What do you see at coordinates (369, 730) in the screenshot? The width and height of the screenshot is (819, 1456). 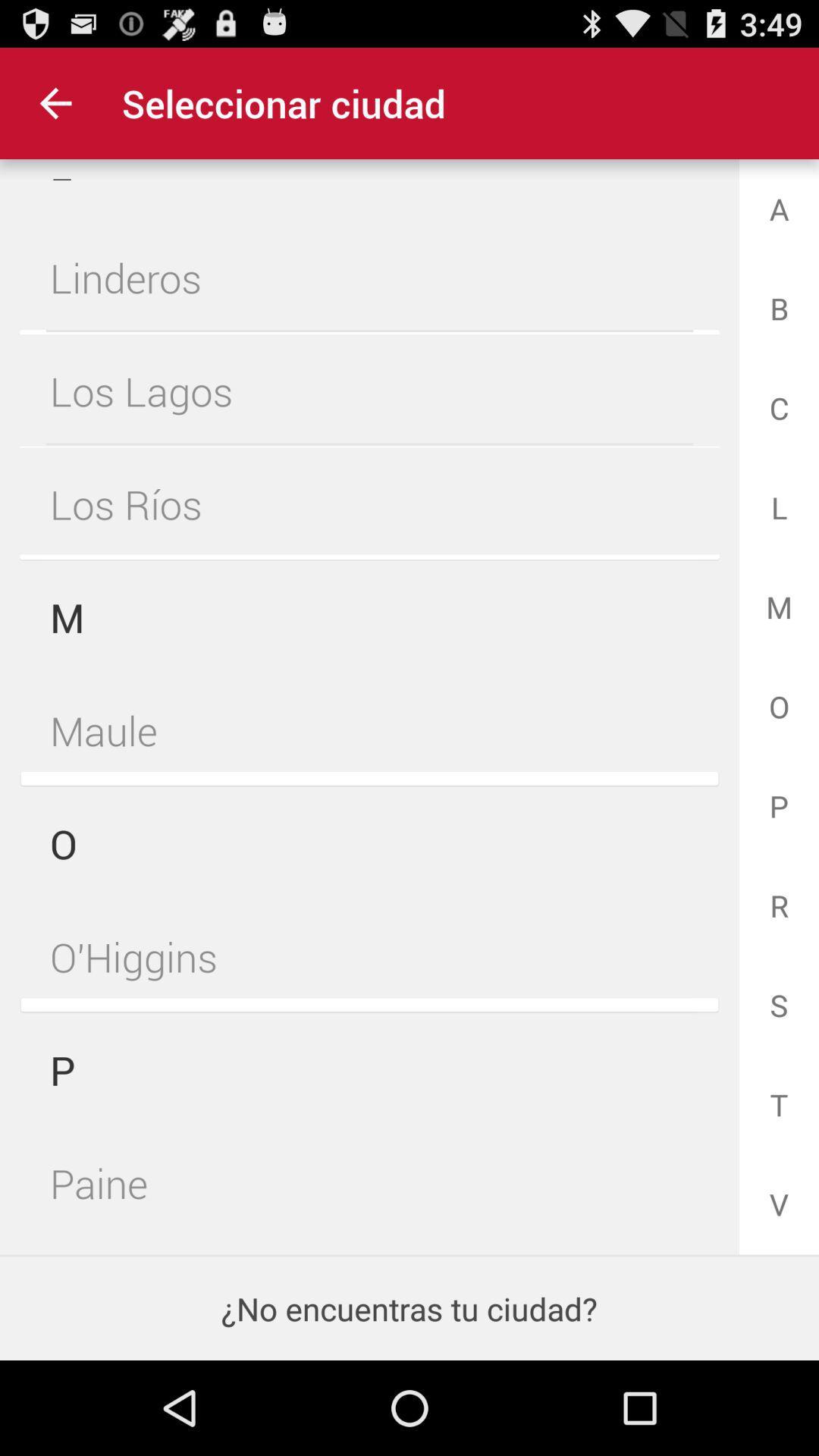 I see `the maule icon` at bounding box center [369, 730].